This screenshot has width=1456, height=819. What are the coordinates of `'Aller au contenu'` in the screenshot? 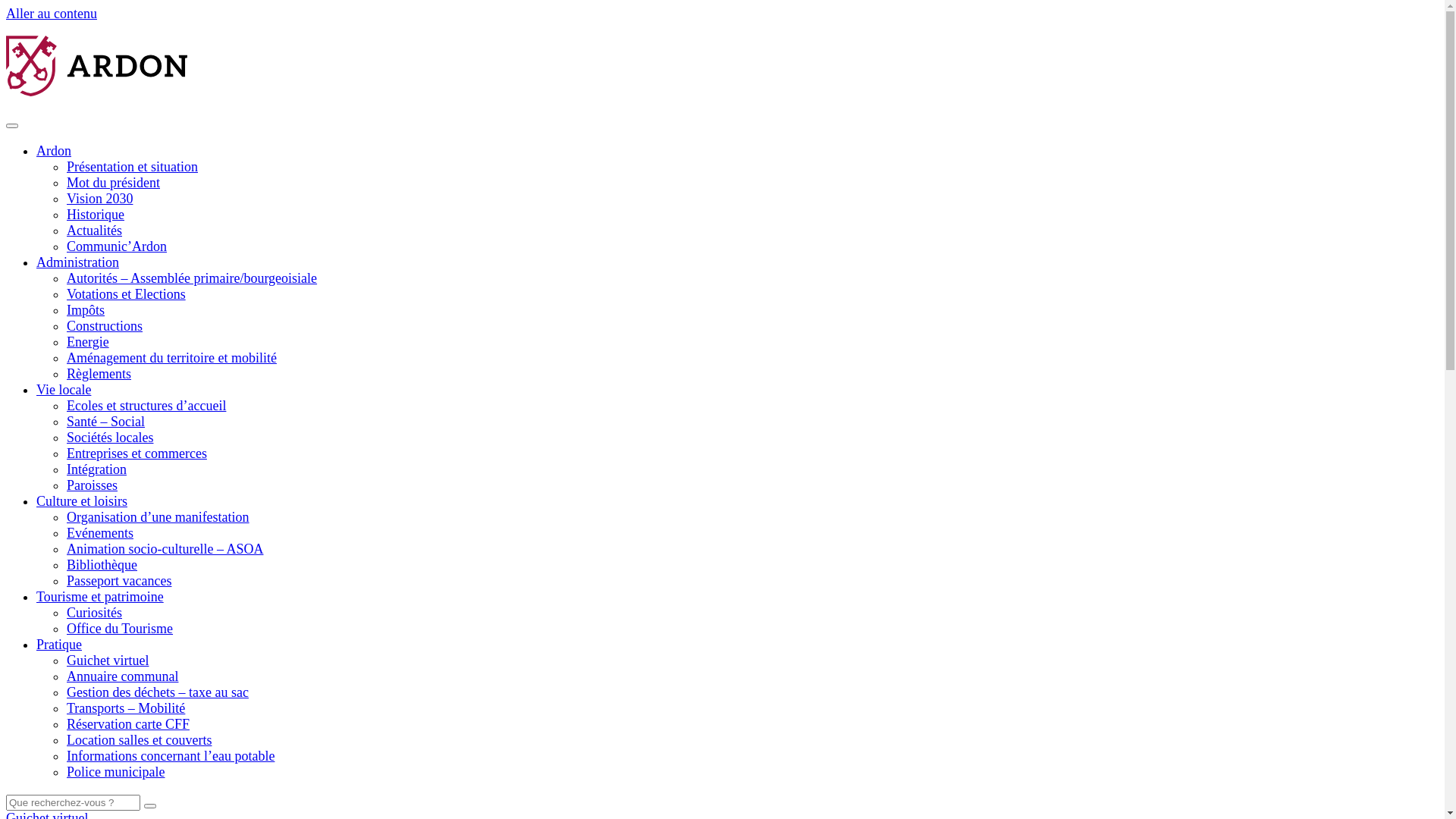 It's located at (51, 14).